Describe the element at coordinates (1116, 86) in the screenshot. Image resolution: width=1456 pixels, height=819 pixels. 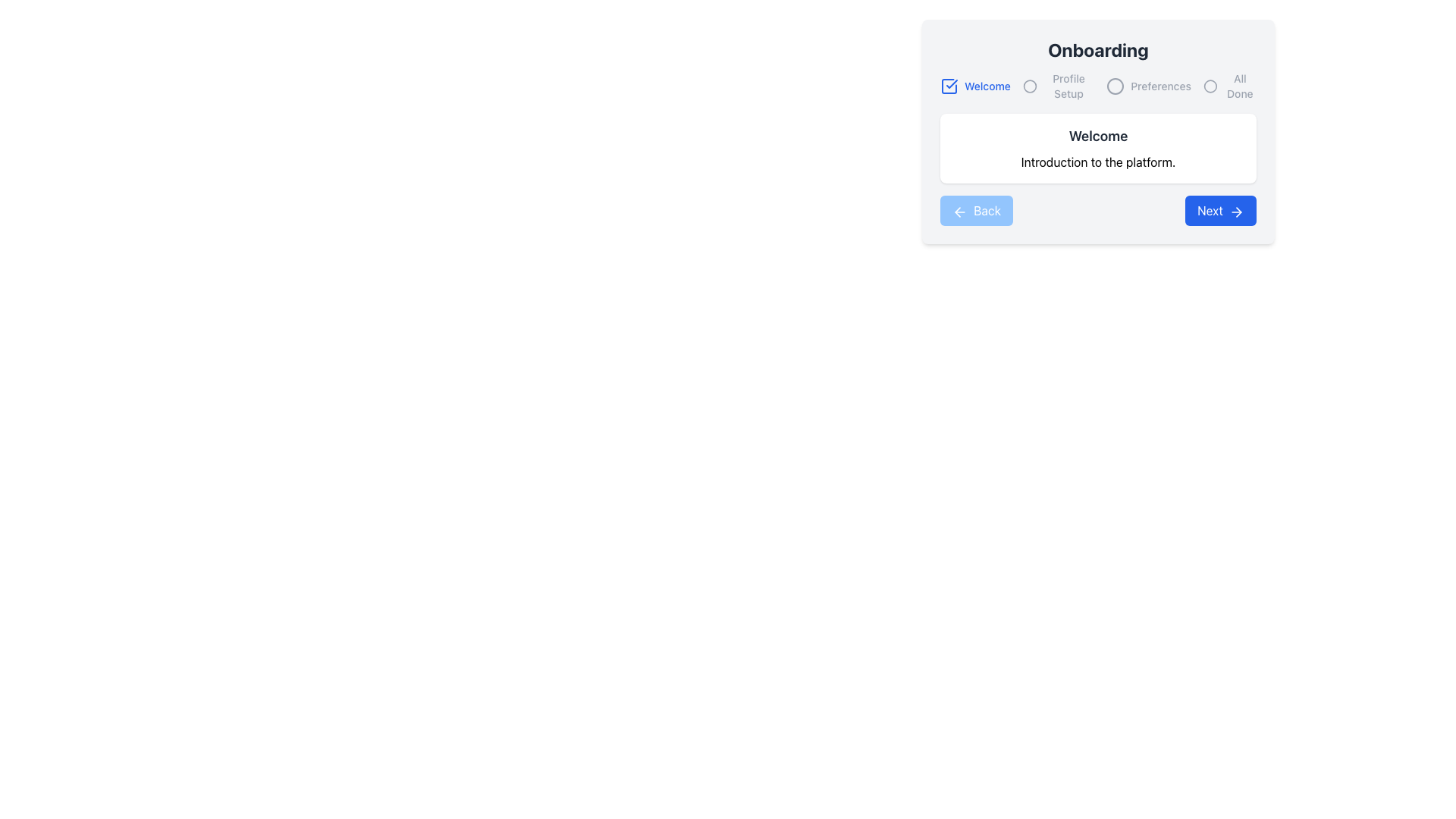
I see `the circular icon located third from the left in the navigation bar, next to the 'Preferences' label` at that location.